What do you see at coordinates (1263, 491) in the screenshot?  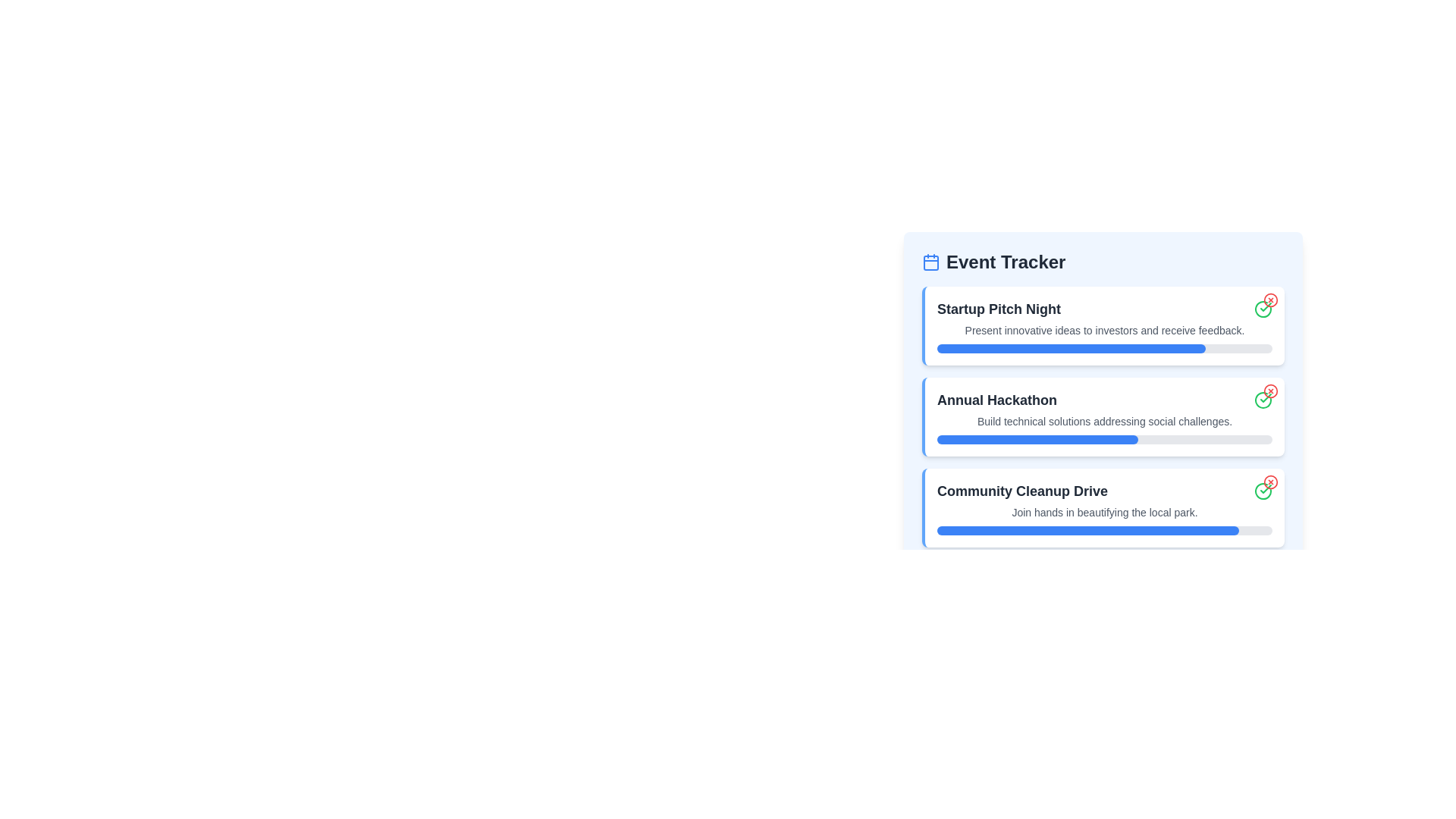 I see `the green circular button with a checkmark icon` at bounding box center [1263, 491].